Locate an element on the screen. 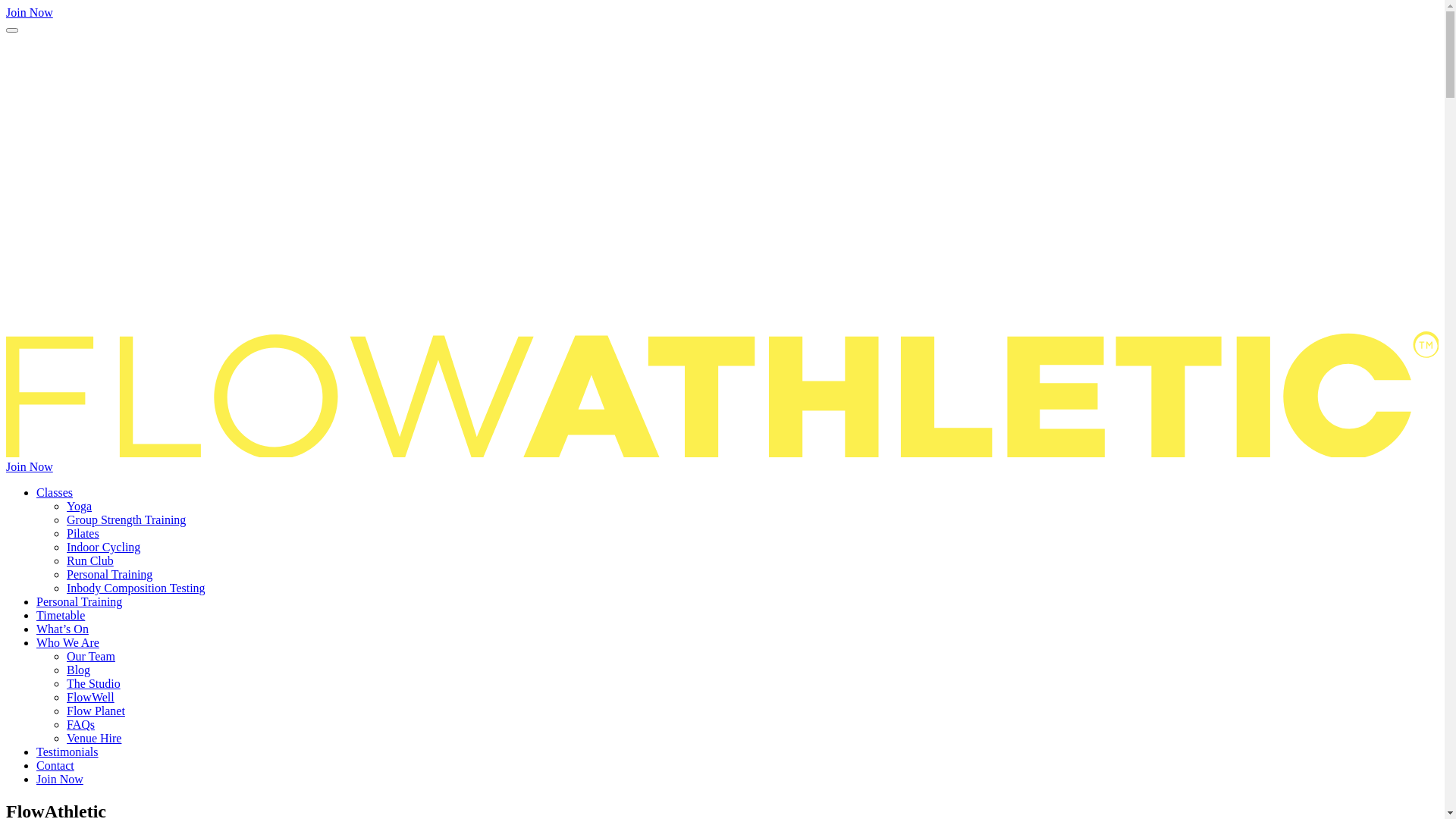  'Testimonials' is located at coordinates (36, 752).